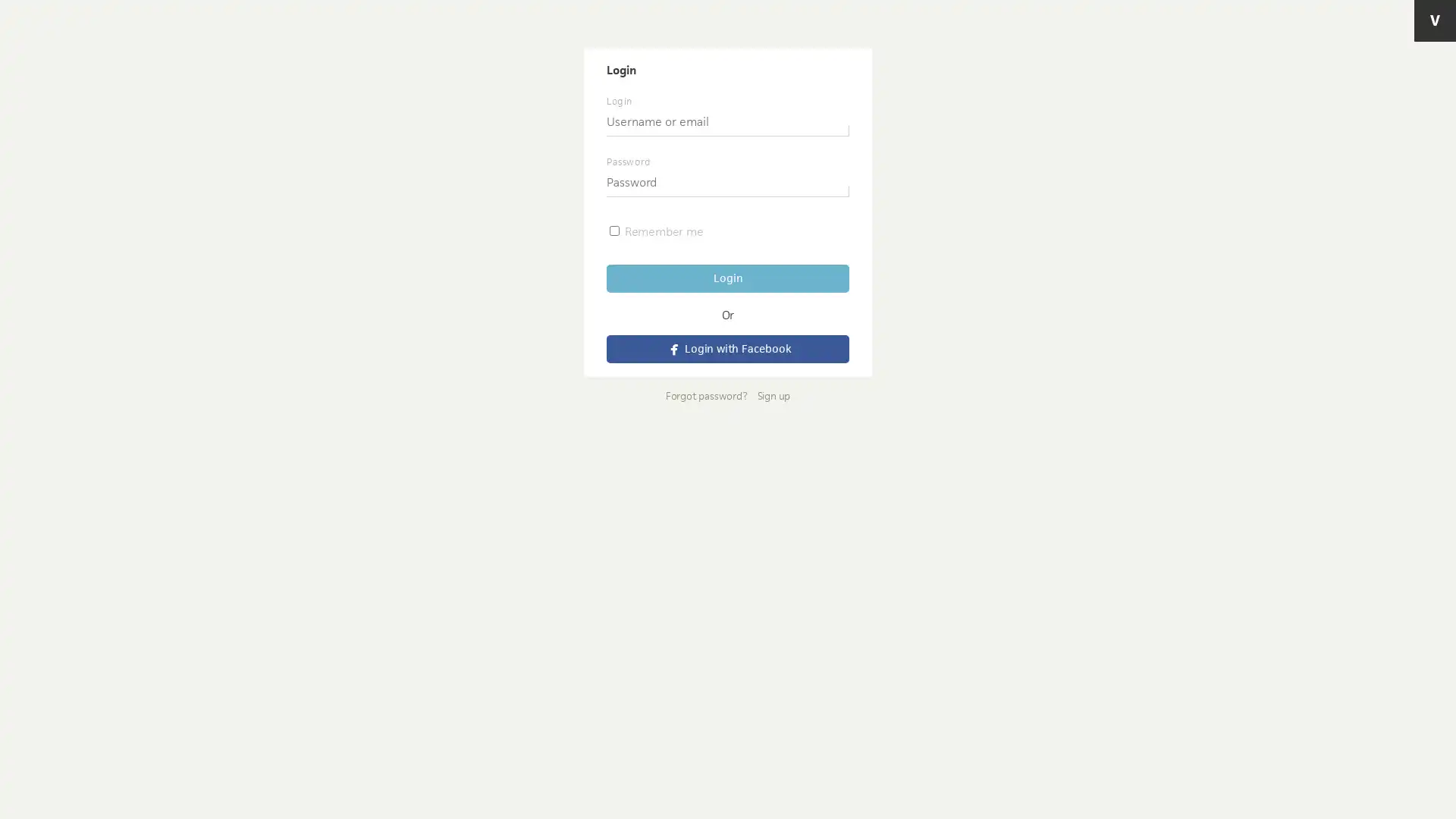 The image size is (1456, 819). I want to click on Login, so click(728, 278).